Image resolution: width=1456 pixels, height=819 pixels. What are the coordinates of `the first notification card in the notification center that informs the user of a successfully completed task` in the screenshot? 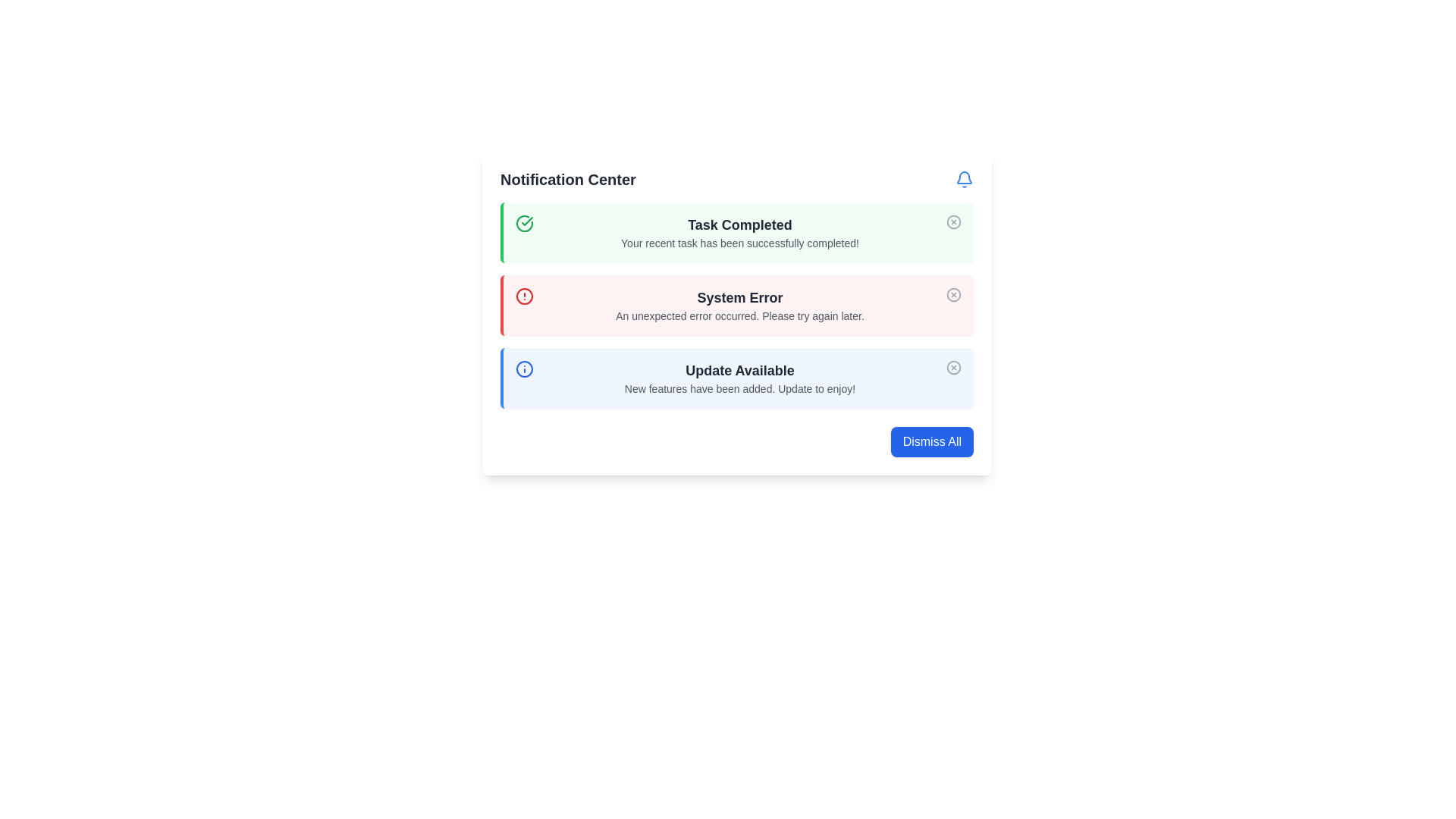 It's located at (736, 233).